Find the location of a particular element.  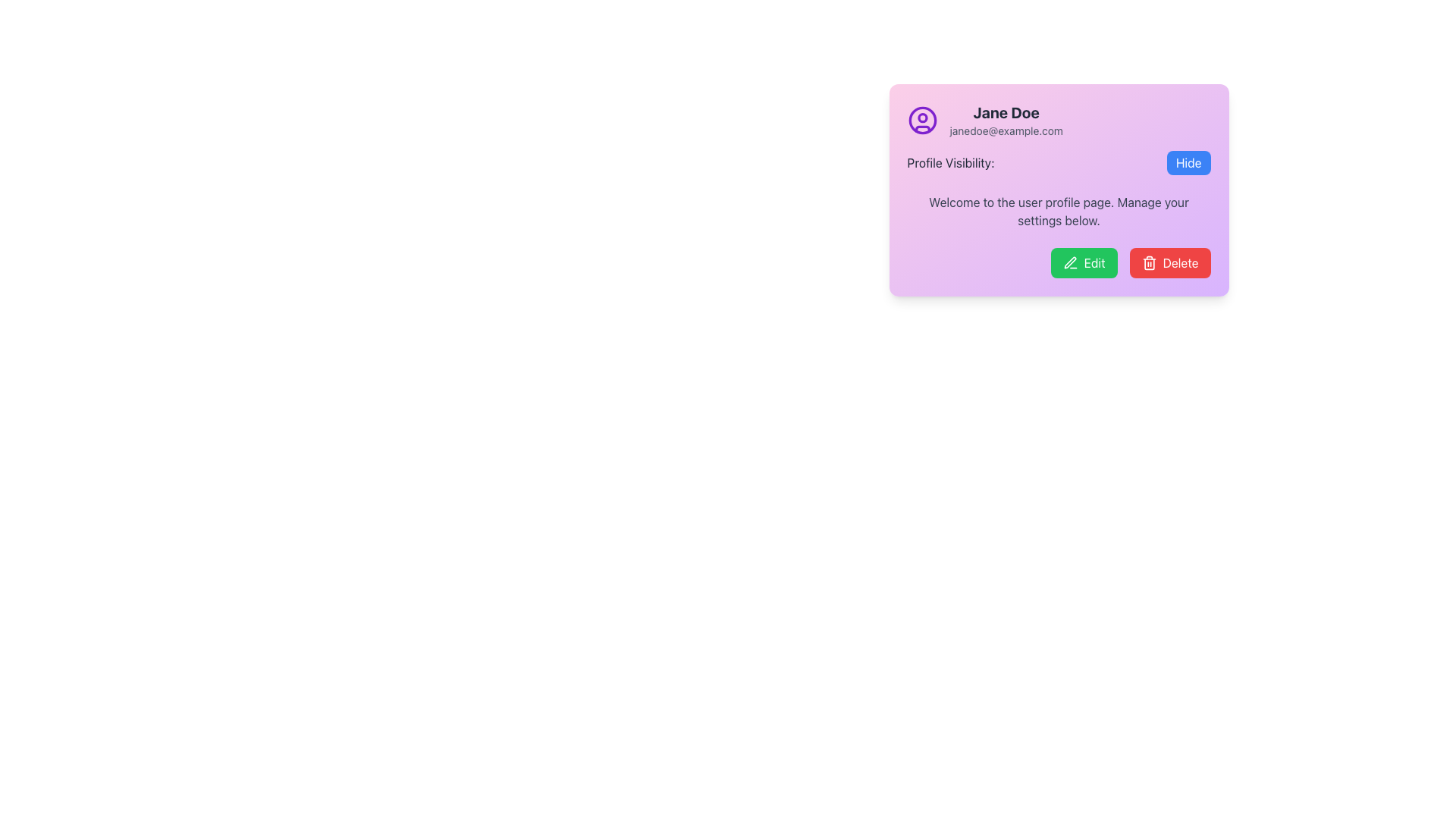

the red 'Delete' button with white text and a trash icon is located at coordinates (1169, 262).